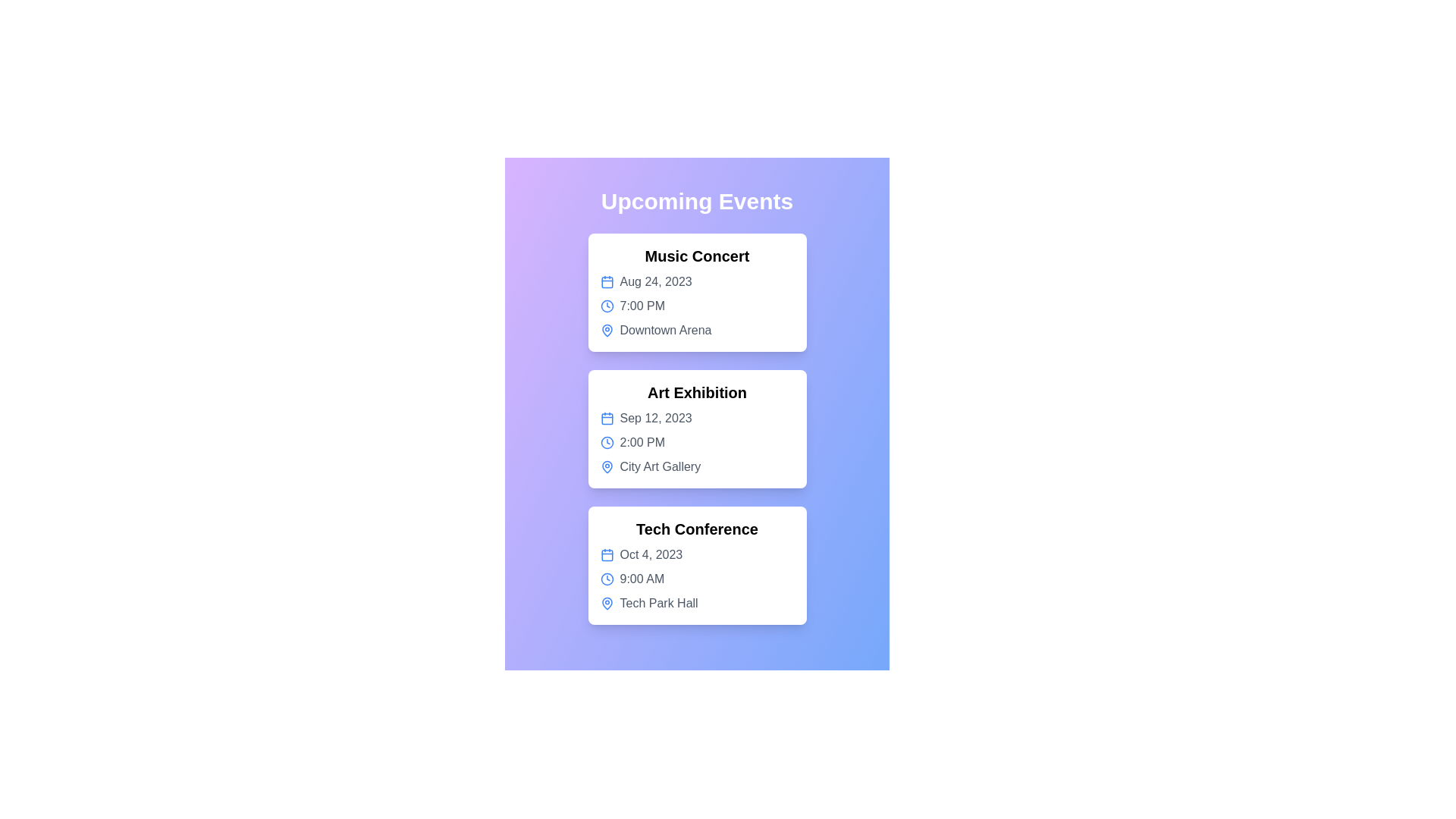  What do you see at coordinates (607, 602) in the screenshot?
I see `the blue pin-shaped icon representing a location, located to the left of the text 'Tech Park Hall' in the 'Tech Conference' card` at bounding box center [607, 602].